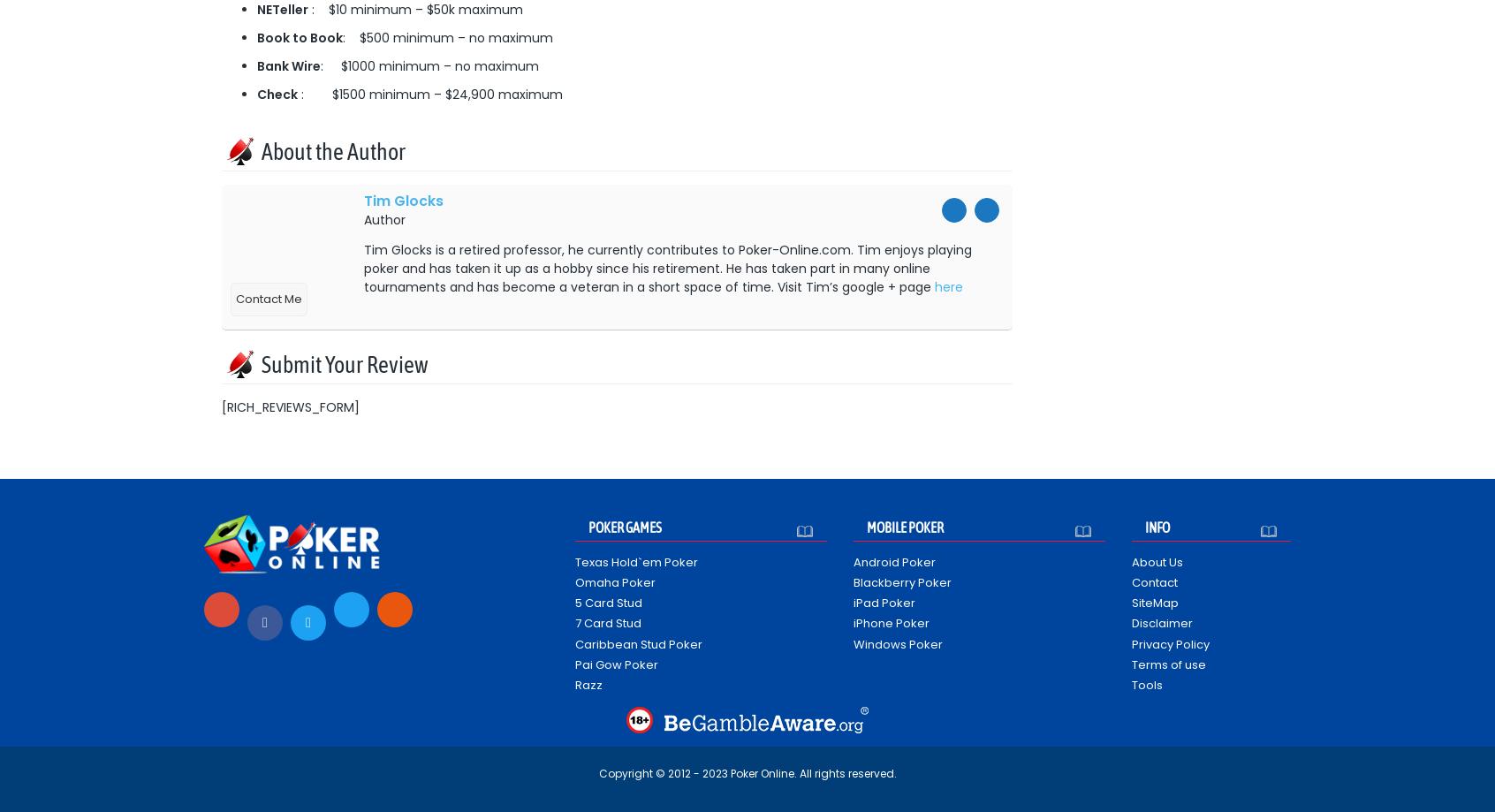  What do you see at coordinates (1131, 642) in the screenshot?
I see `'Privacy Policy'` at bounding box center [1131, 642].